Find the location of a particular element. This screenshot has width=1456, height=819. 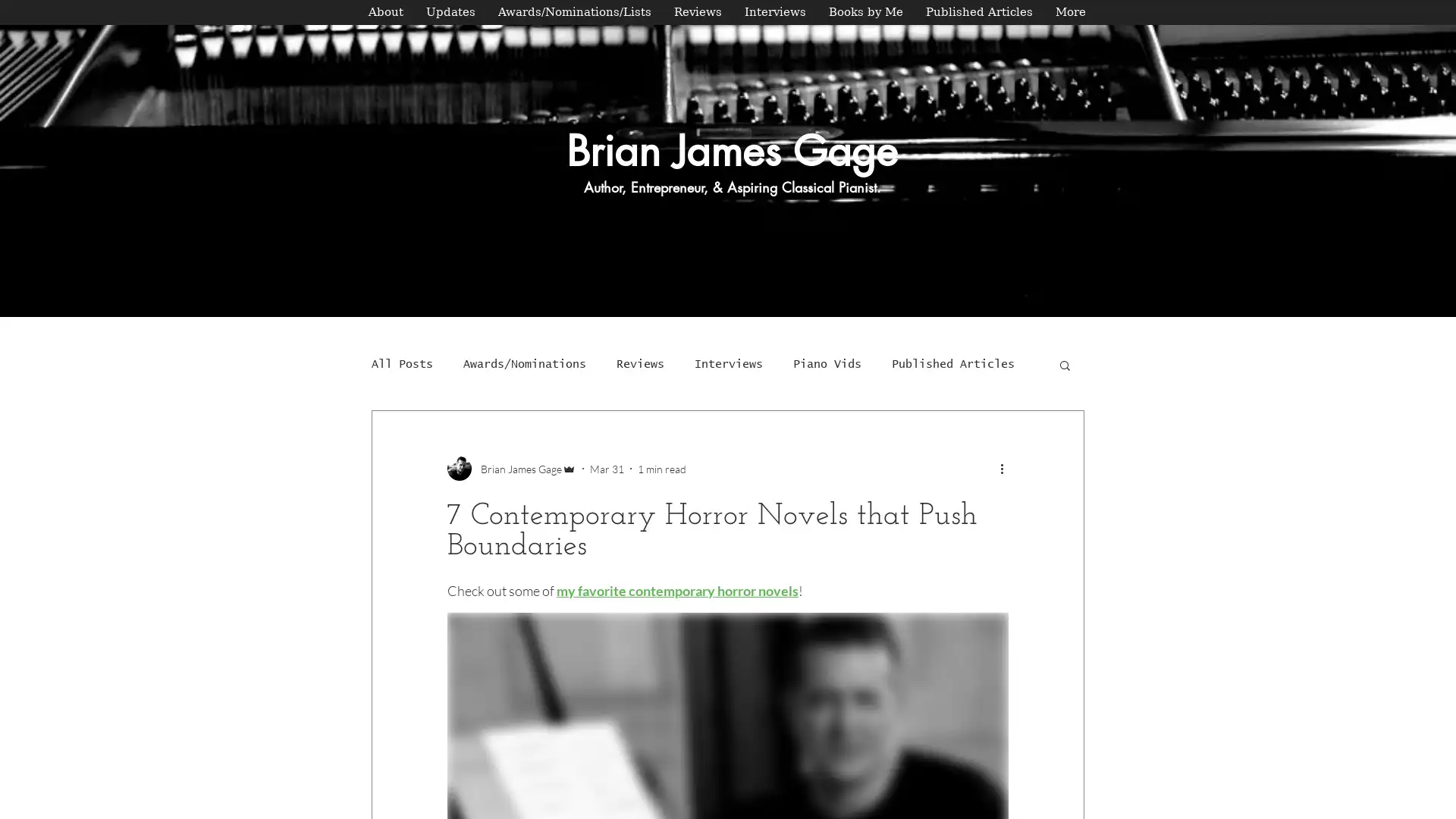

More actions is located at coordinates (1006, 467).